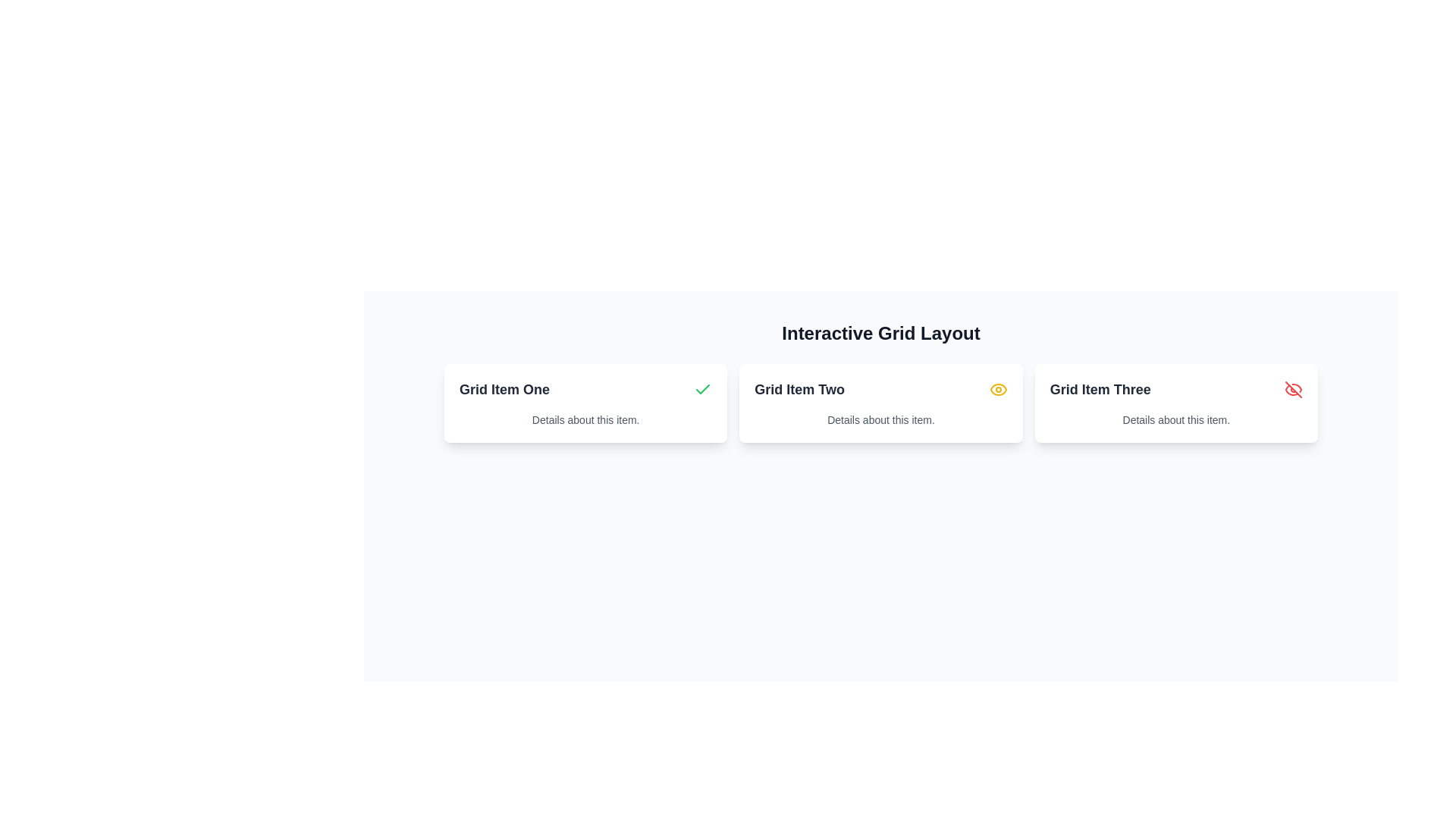 This screenshot has height=819, width=1456. What do you see at coordinates (702, 388) in the screenshot?
I see `the status icon located in the top-right corner of 'Grid Item One' within the grid layout` at bounding box center [702, 388].